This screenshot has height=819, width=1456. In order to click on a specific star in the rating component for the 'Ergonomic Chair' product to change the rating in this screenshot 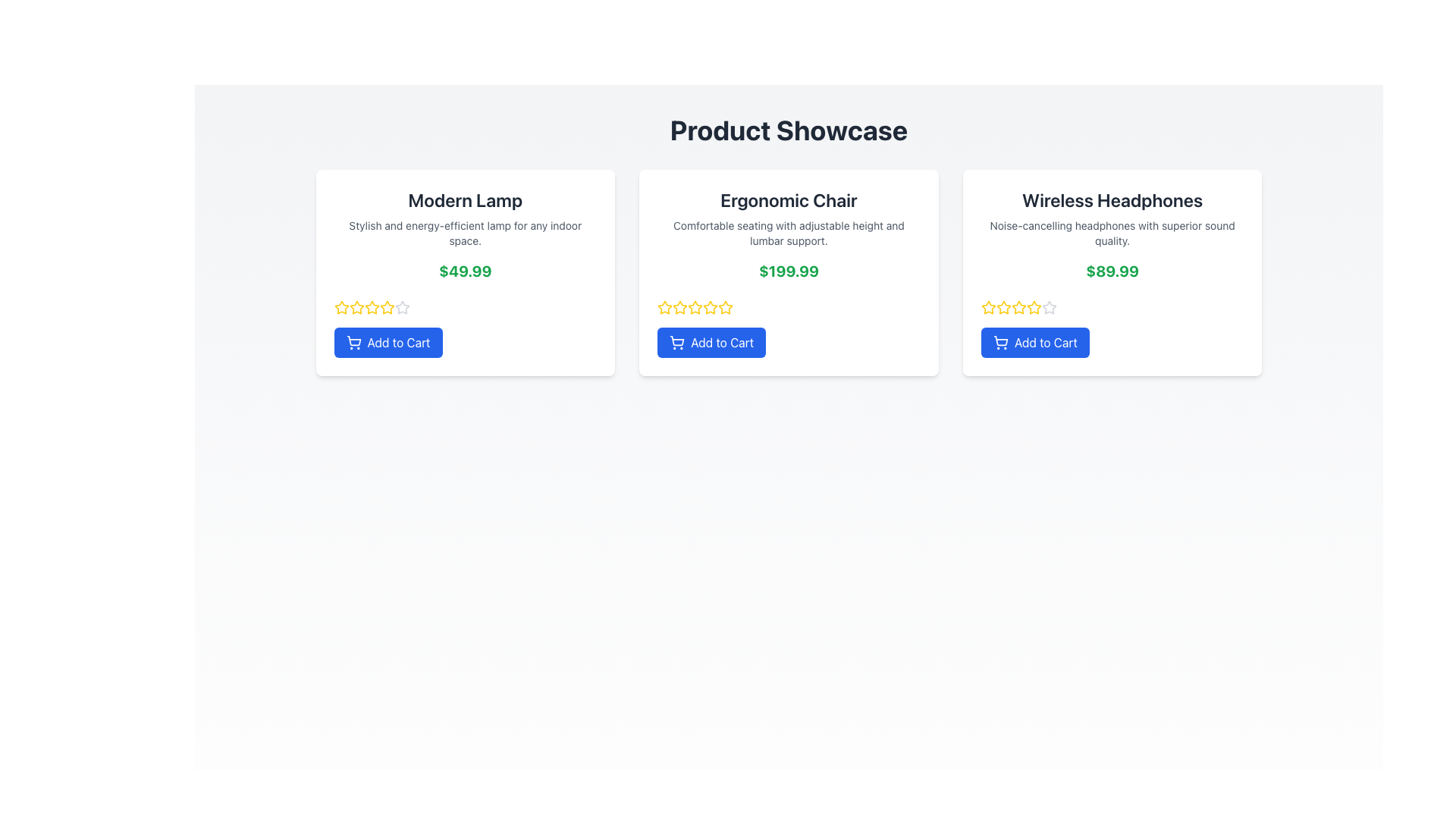, I will do `click(789, 307)`.